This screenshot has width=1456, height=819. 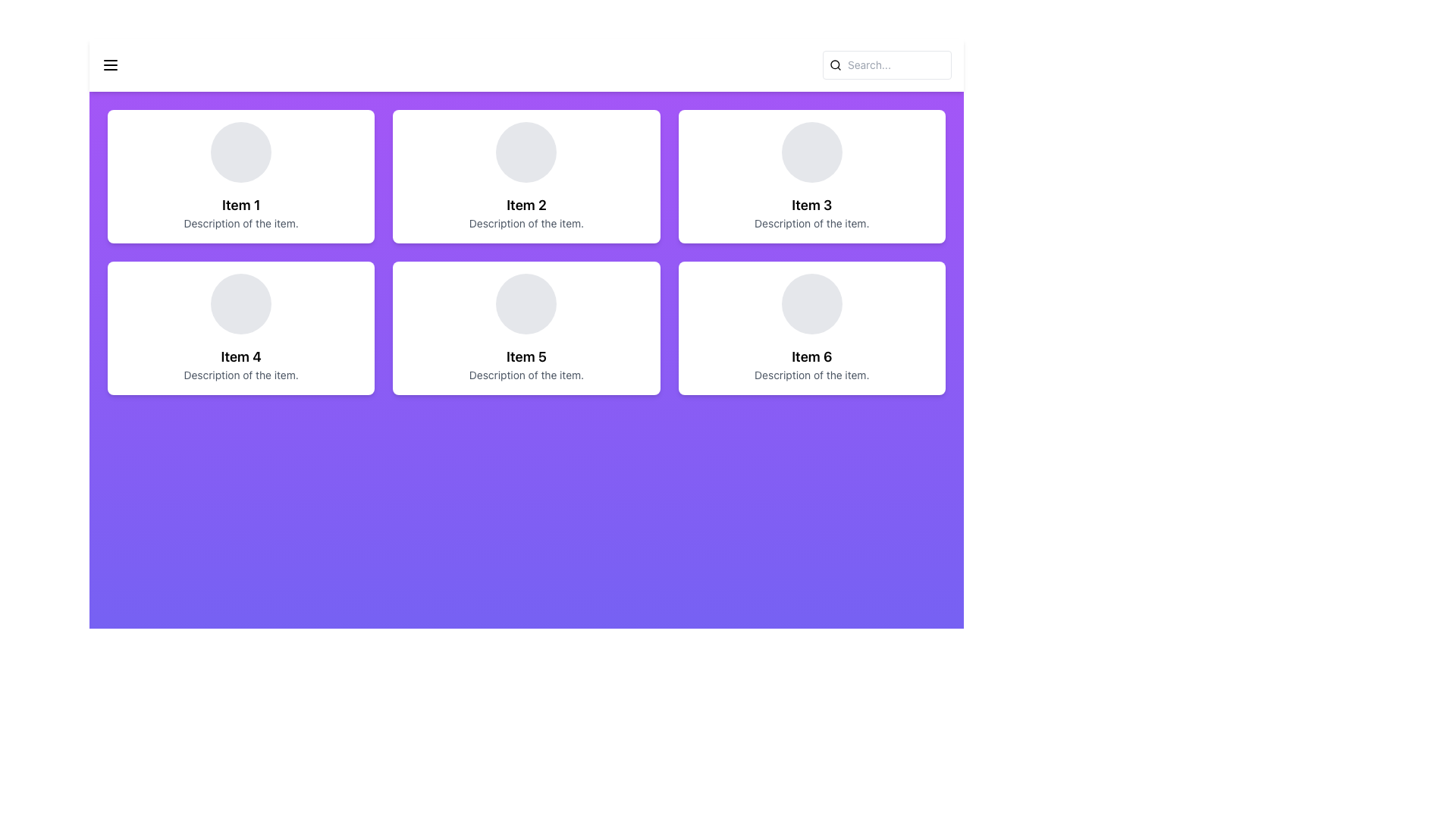 What do you see at coordinates (240, 175) in the screenshot?
I see `the first card in the grid layout located at the top-left corner, which contains a title, subtitle, and an image placeholder` at bounding box center [240, 175].